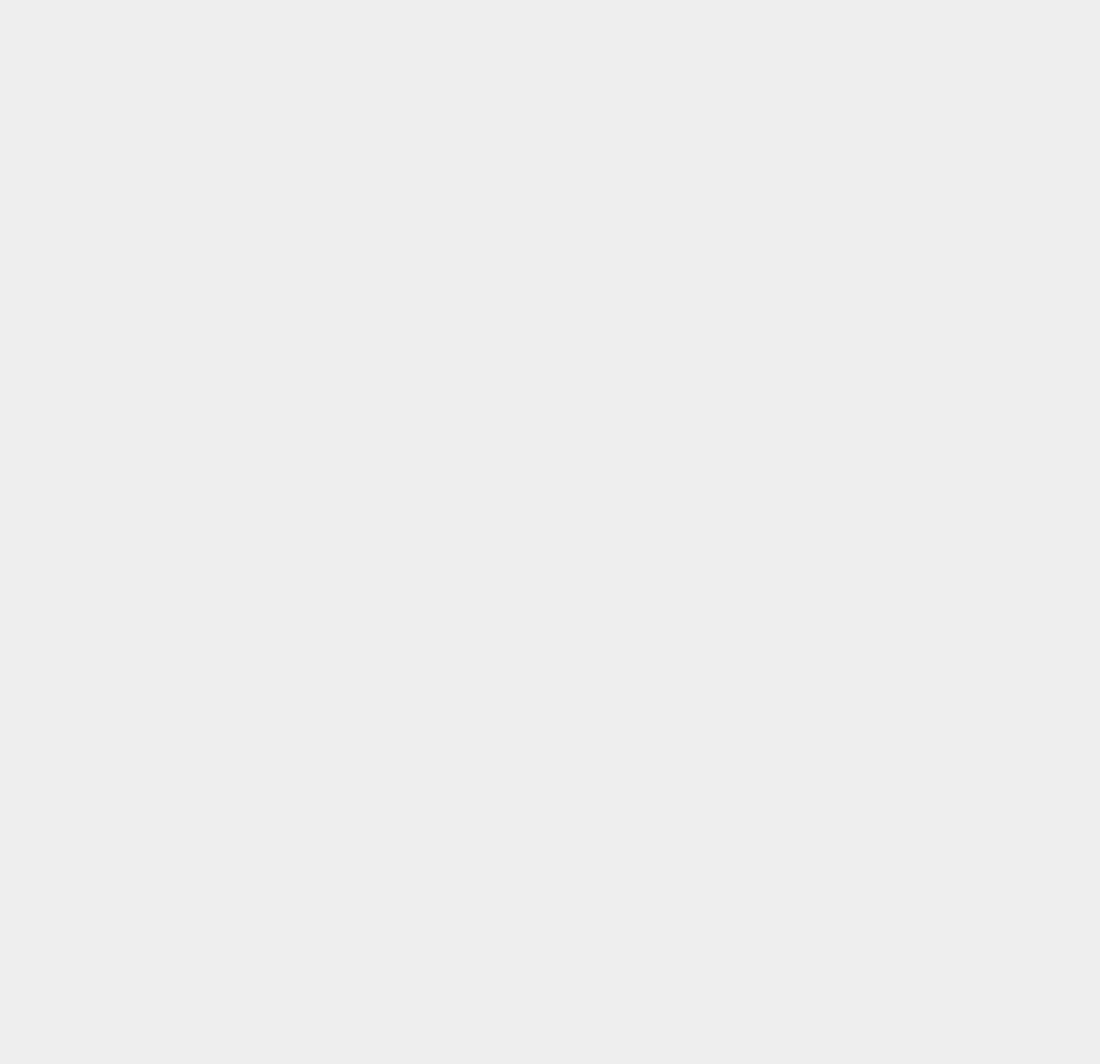 Image resolution: width=1100 pixels, height=1064 pixels. What do you see at coordinates (838, 203) in the screenshot?
I see `'OS X Mountain Lion'` at bounding box center [838, 203].